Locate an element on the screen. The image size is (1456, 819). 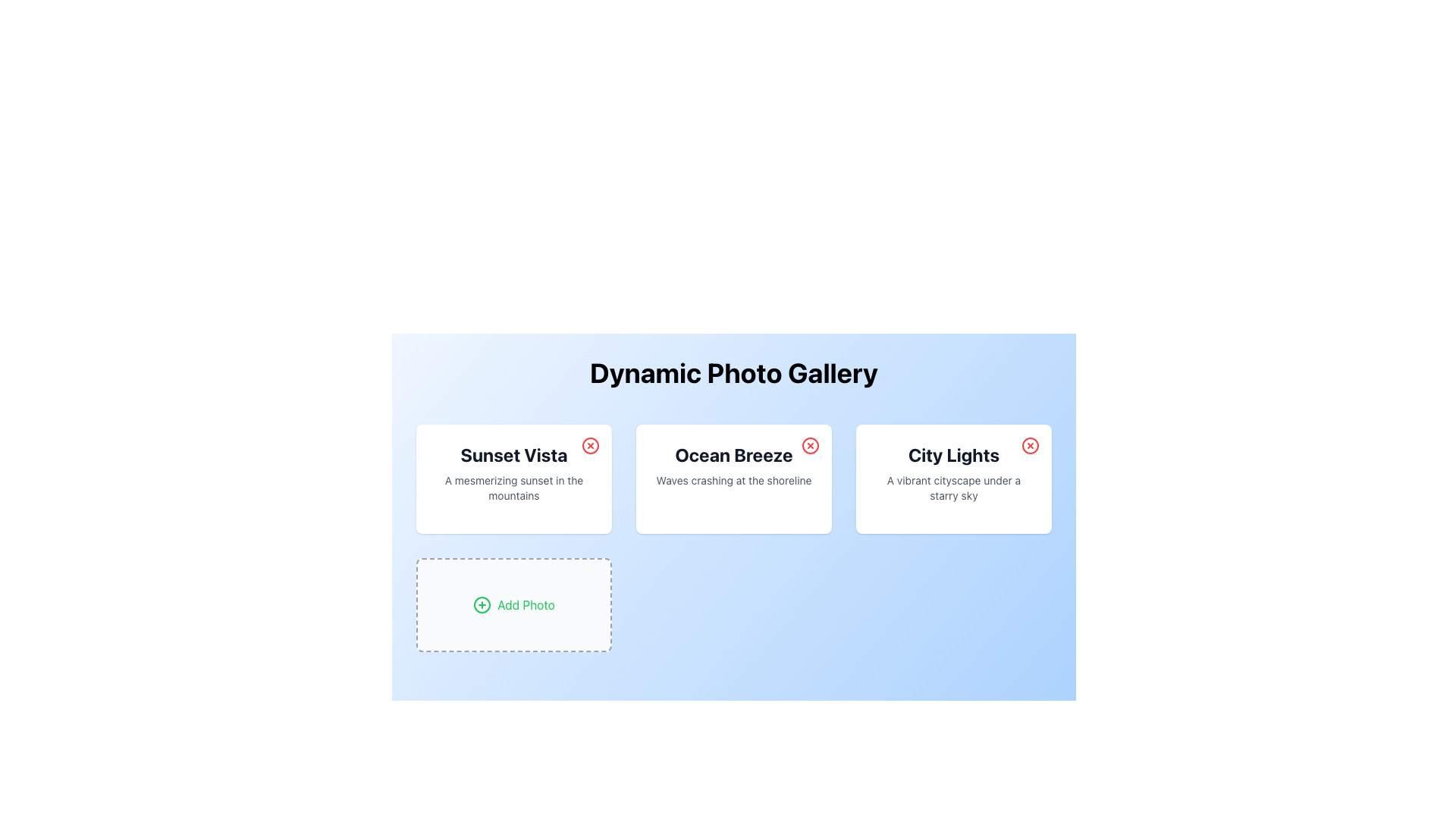
title 'City Lights' from the text label located at the top of the third card in the photo gallery section to identify the card content is located at coordinates (952, 454).